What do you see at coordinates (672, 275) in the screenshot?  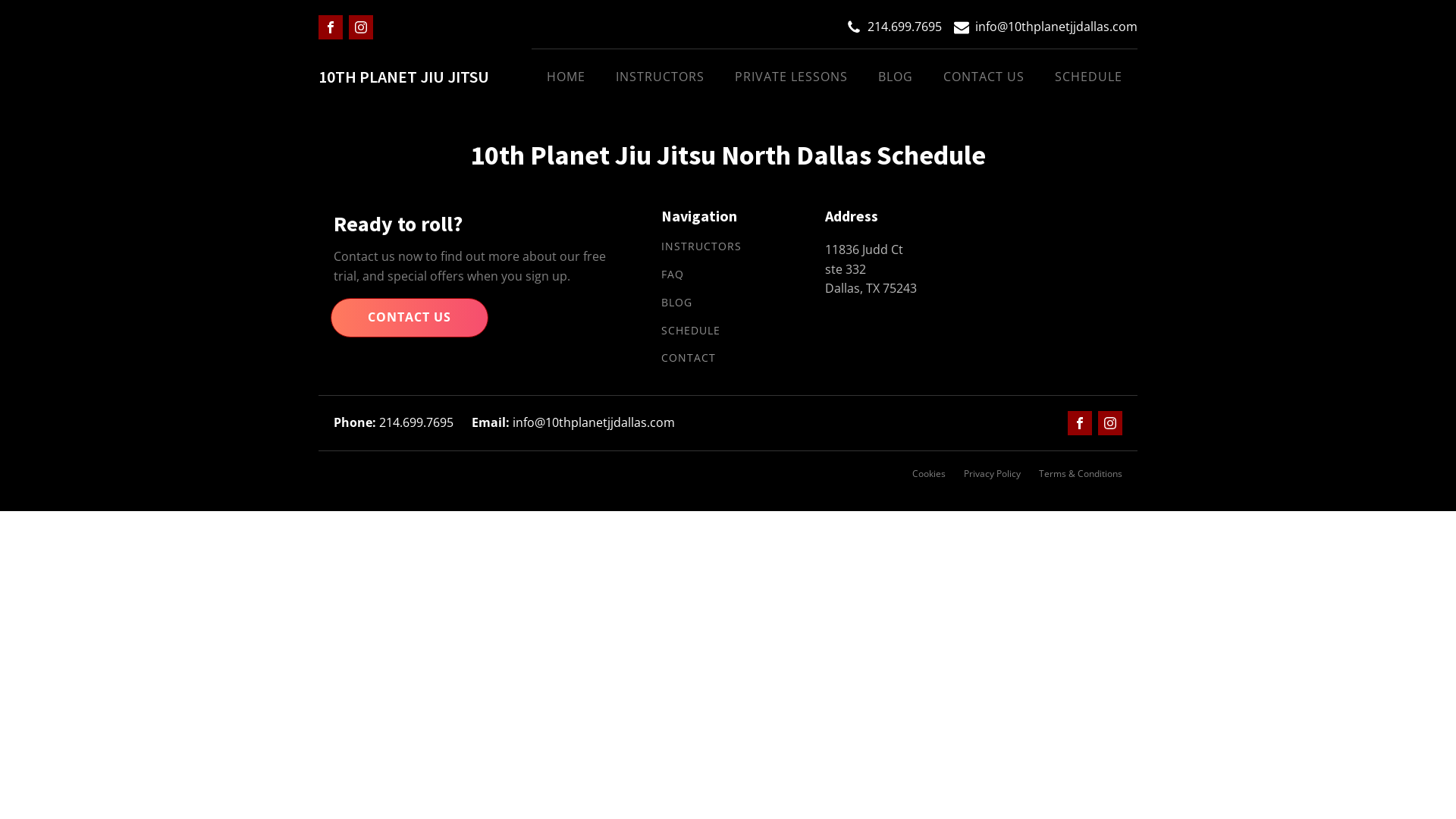 I see `'FAQ'` at bounding box center [672, 275].